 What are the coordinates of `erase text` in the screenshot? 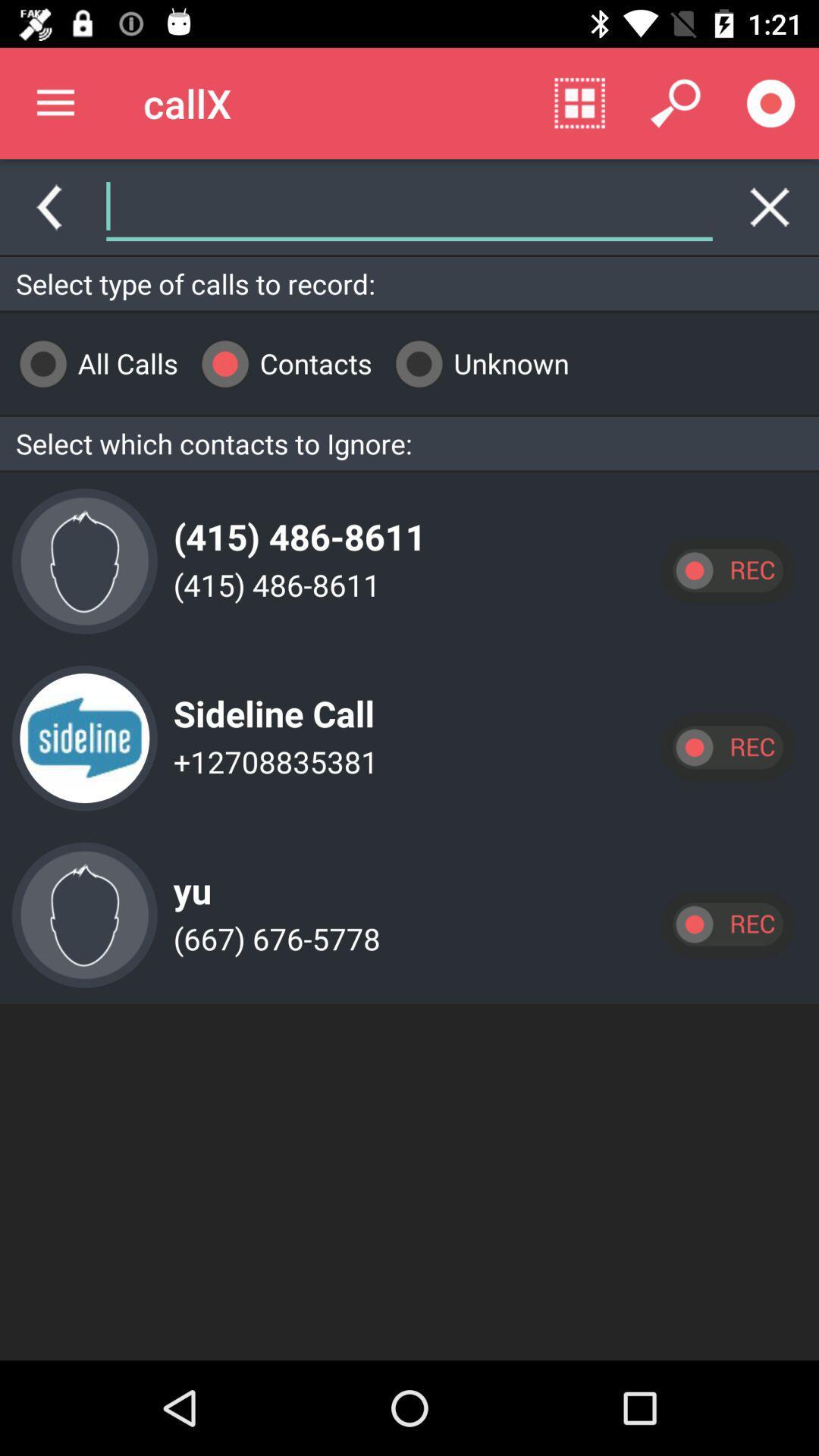 It's located at (770, 206).